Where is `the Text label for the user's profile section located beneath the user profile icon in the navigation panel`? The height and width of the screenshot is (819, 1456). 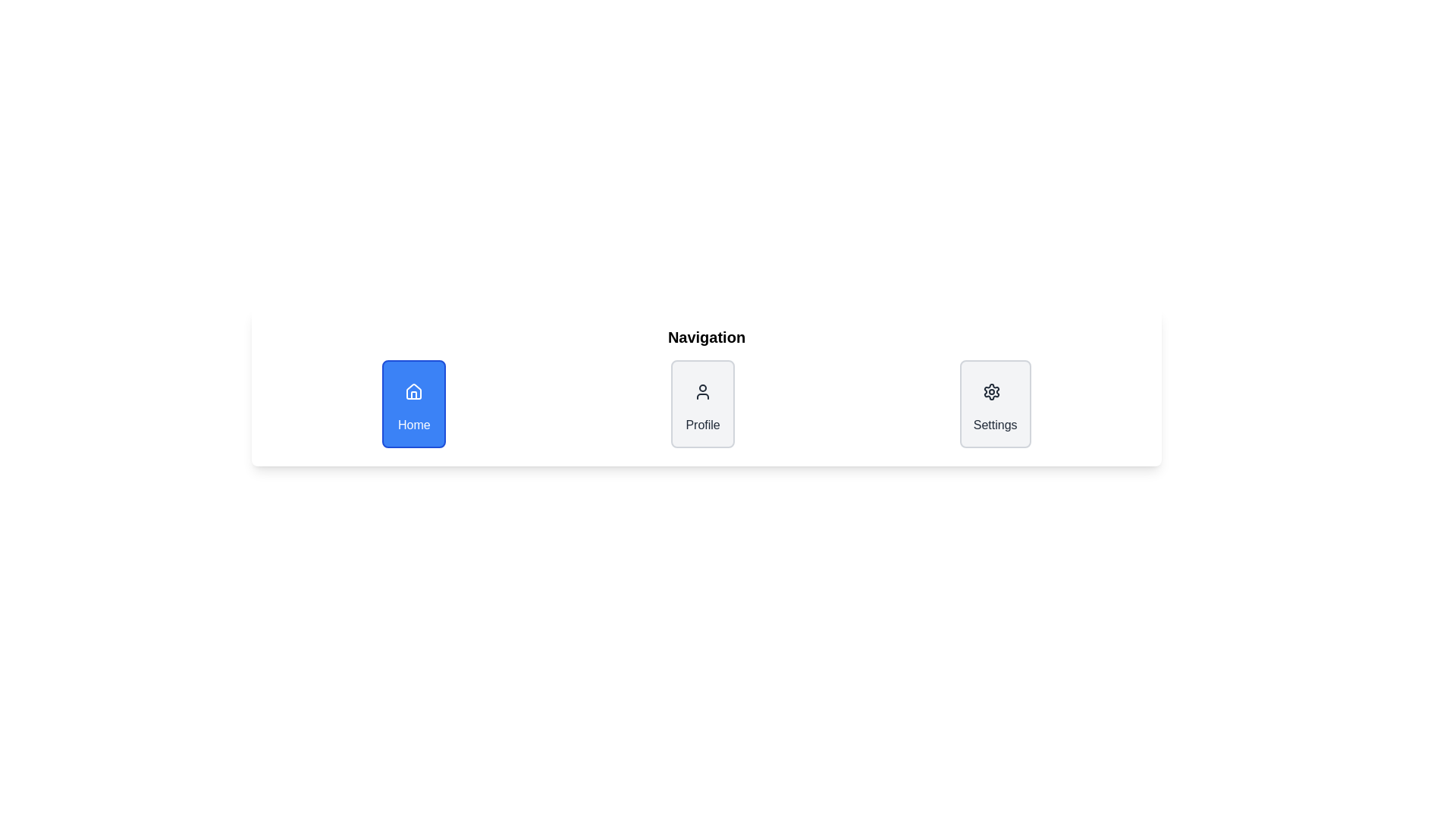
the Text label for the user's profile section located beneath the user profile icon in the navigation panel is located at coordinates (701, 424).